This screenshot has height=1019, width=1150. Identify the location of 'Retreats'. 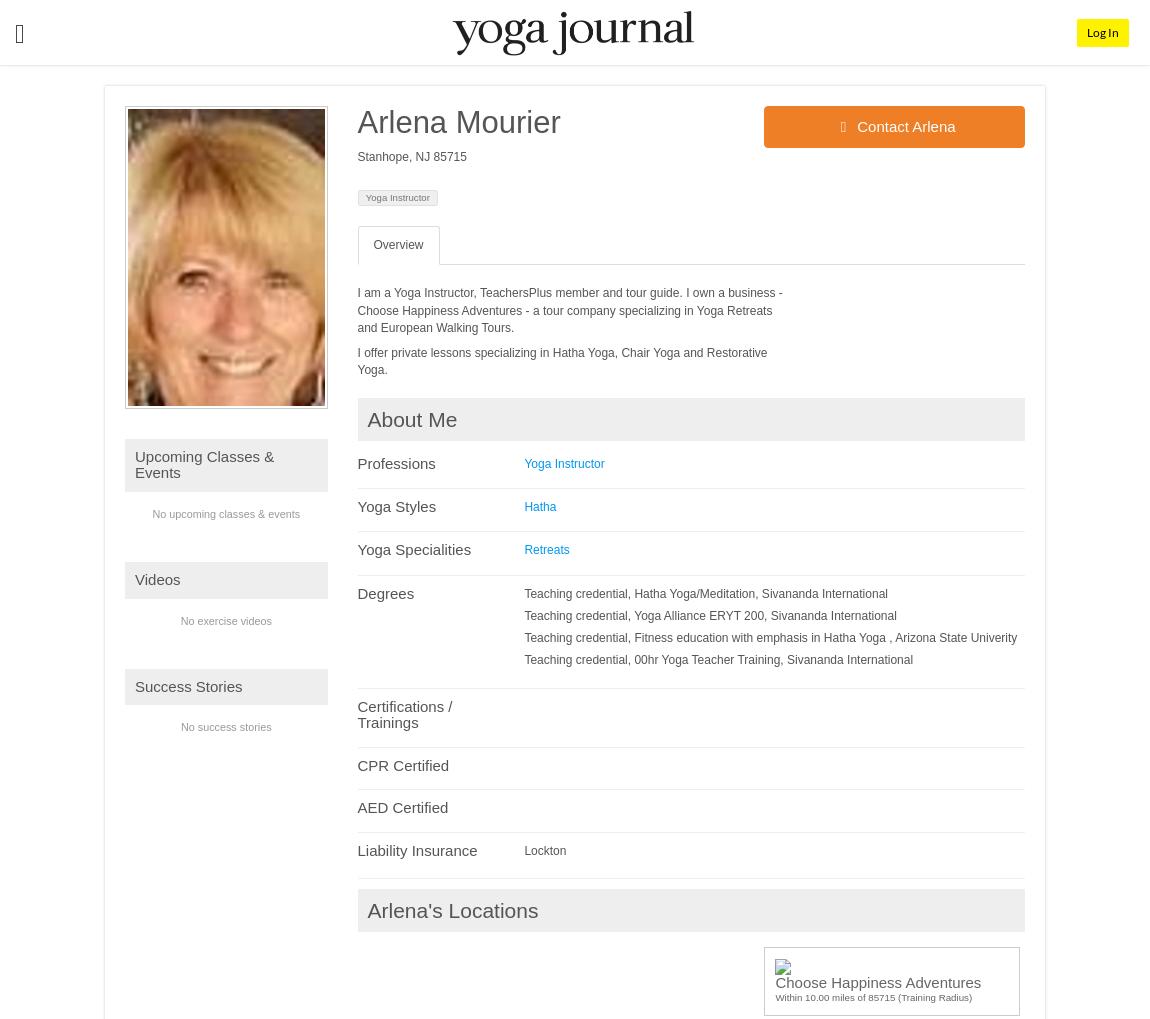
(546, 549).